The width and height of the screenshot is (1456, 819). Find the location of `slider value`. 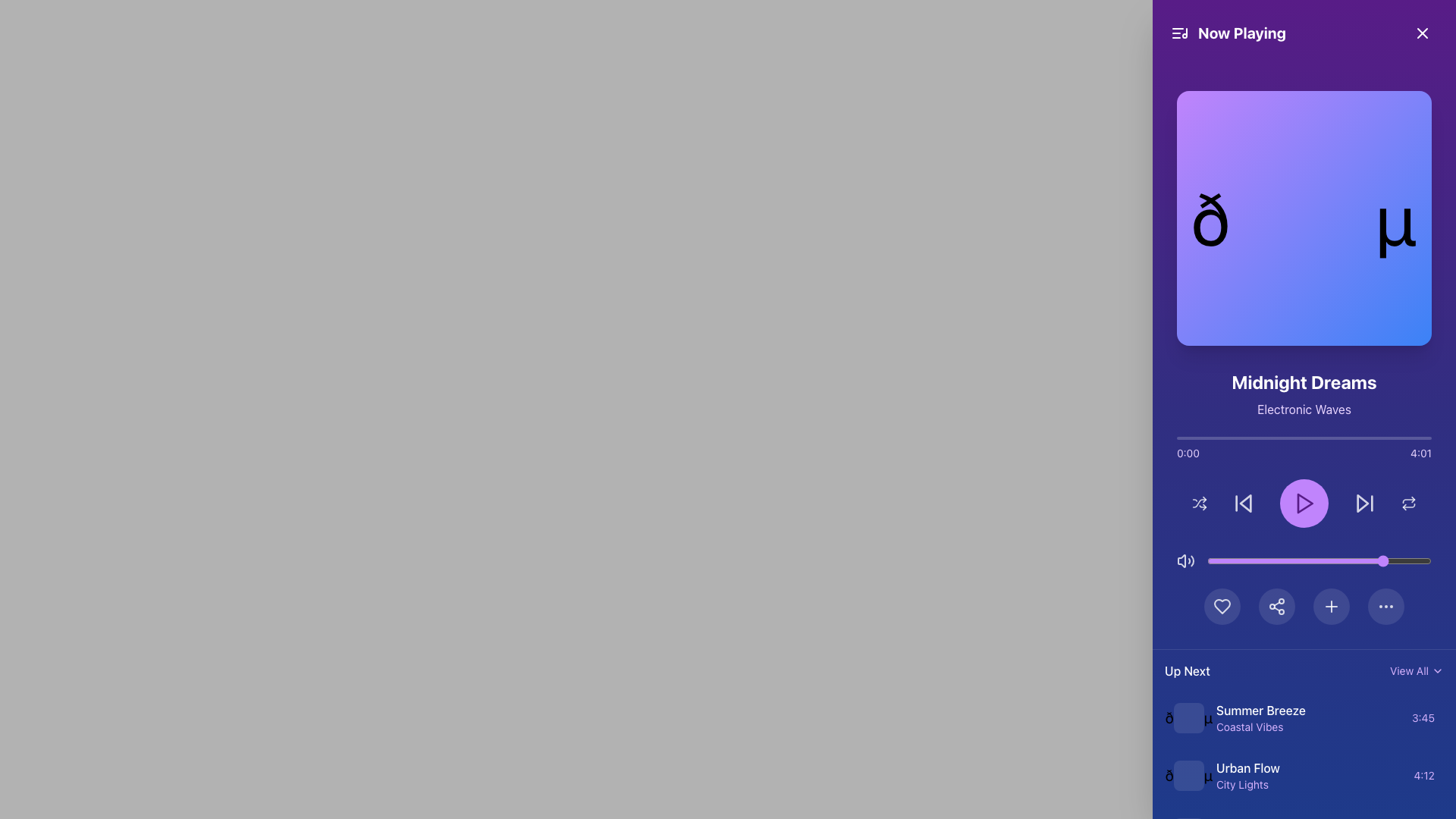

slider value is located at coordinates (1382, 561).